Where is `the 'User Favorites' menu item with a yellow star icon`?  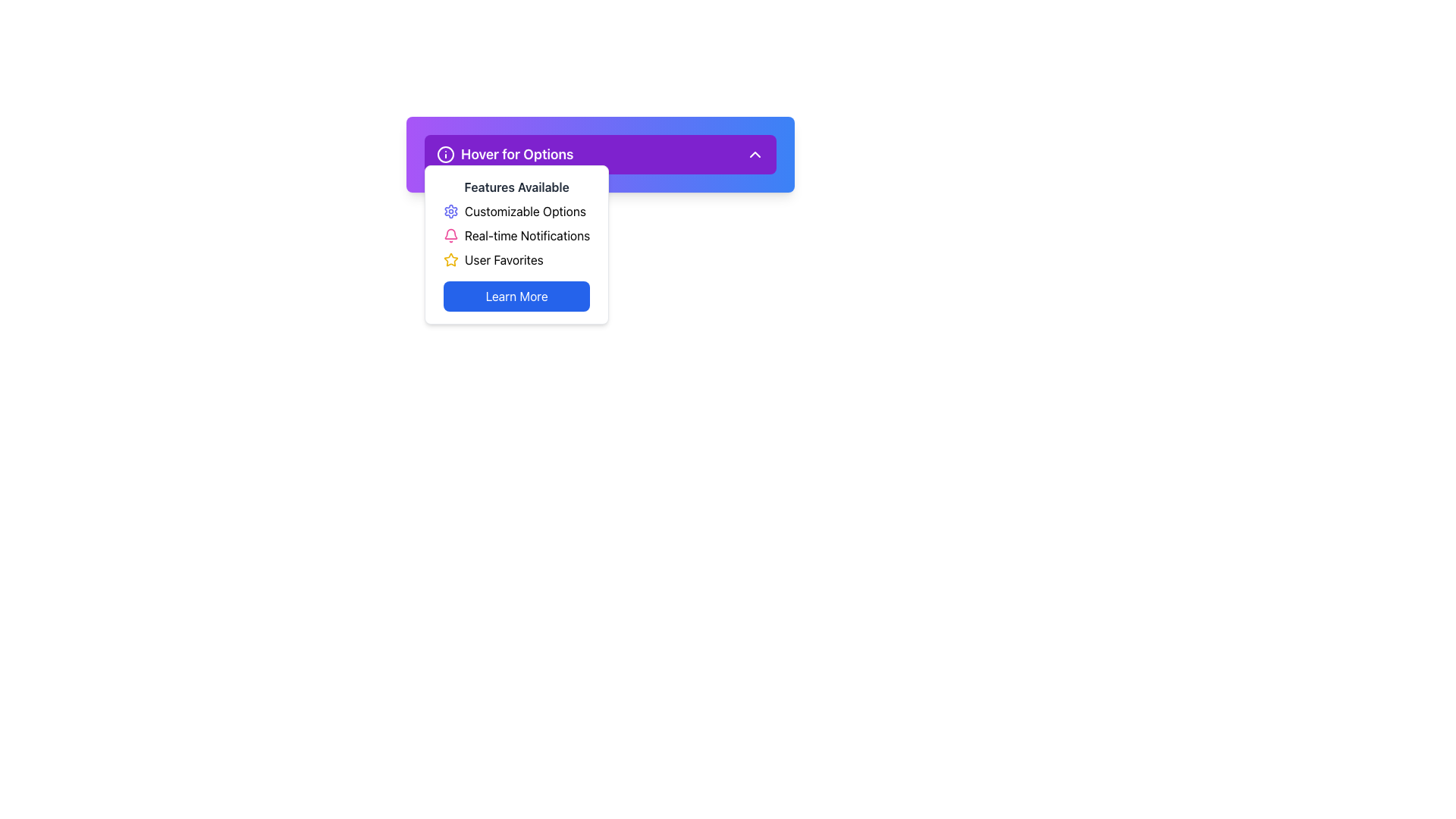 the 'User Favorites' menu item with a yellow star icon is located at coordinates (504, 259).